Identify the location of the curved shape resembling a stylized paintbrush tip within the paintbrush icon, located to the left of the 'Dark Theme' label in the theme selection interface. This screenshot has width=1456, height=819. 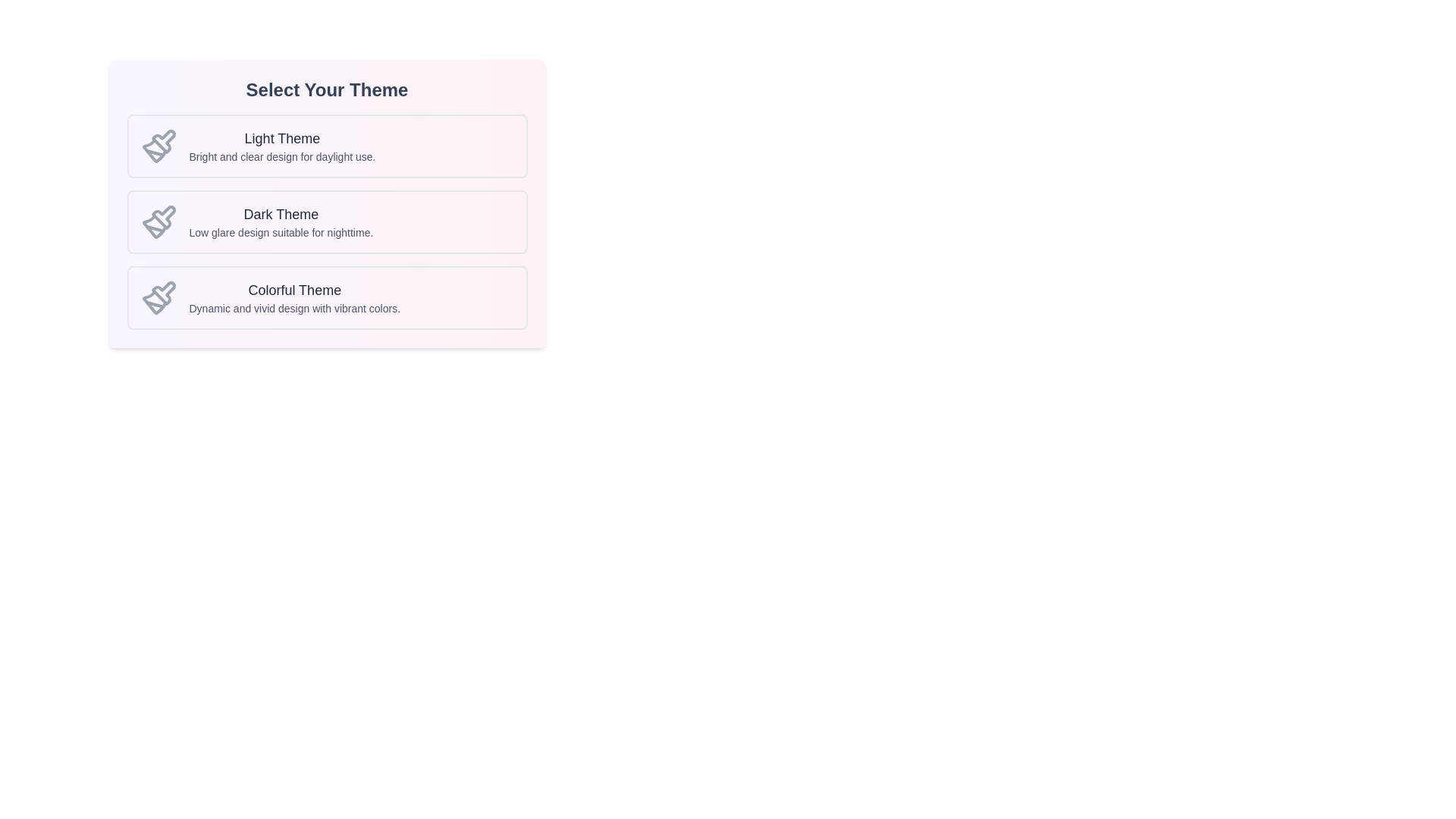
(154, 226).